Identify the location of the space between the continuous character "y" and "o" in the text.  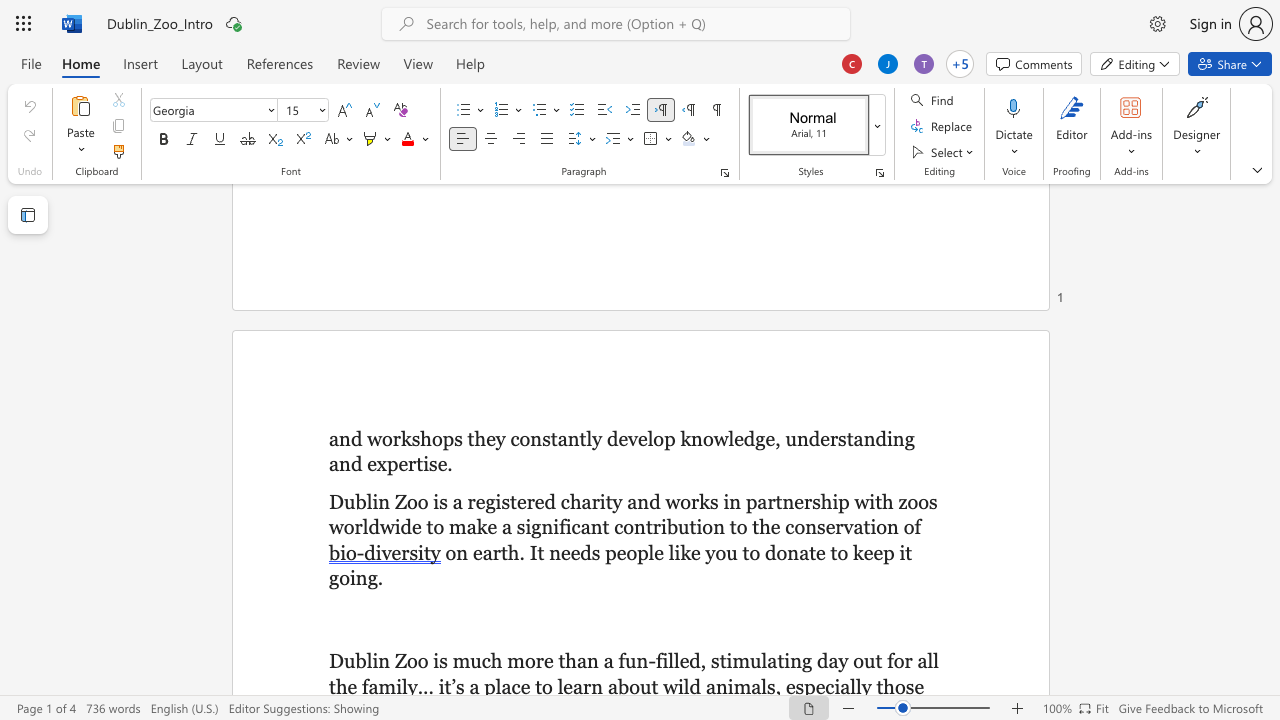
(715, 552).